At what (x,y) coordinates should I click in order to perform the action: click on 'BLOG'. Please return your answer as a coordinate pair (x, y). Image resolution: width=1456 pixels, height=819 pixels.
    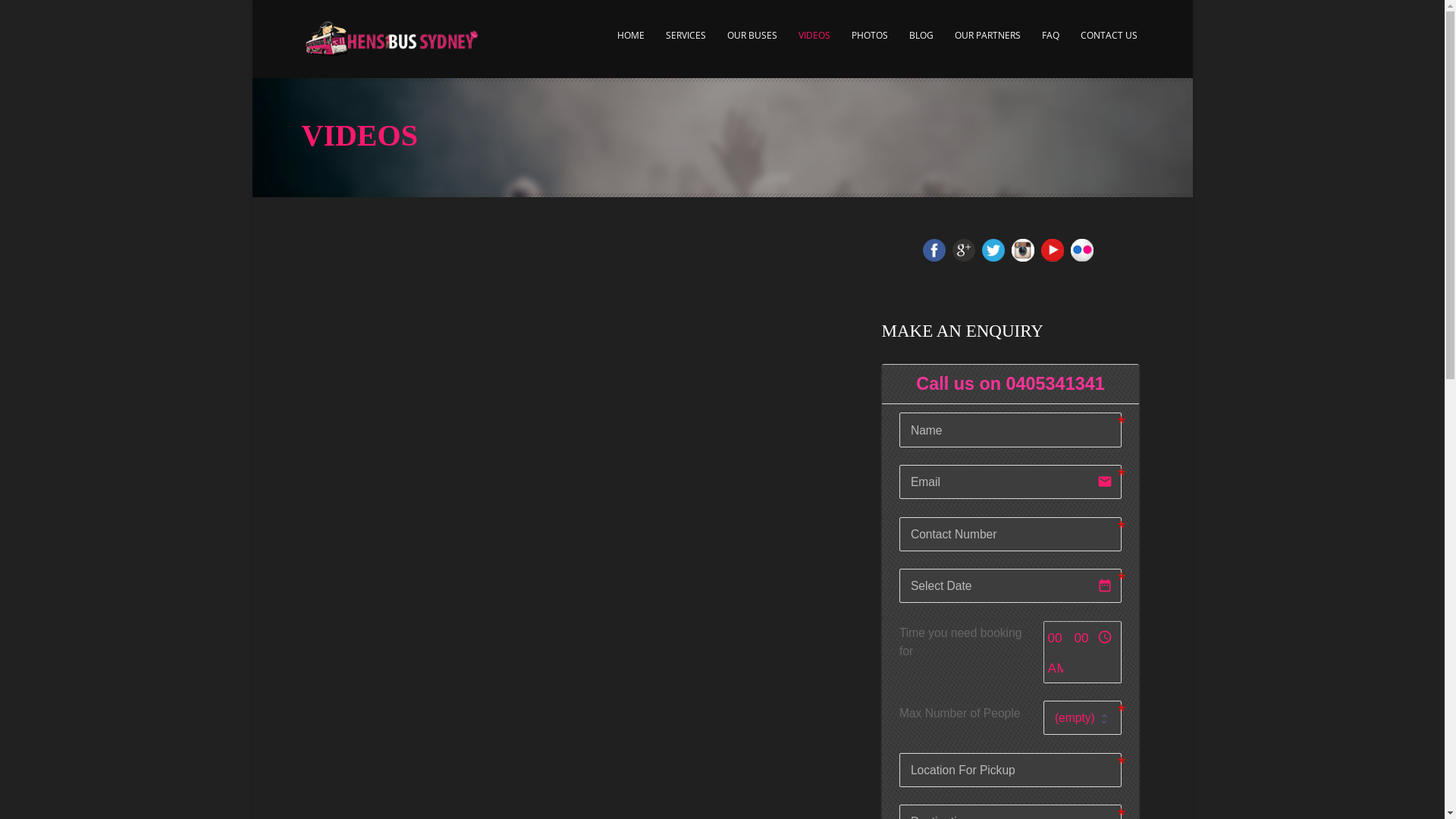
    Looking at the image, I should click on (905, 42).